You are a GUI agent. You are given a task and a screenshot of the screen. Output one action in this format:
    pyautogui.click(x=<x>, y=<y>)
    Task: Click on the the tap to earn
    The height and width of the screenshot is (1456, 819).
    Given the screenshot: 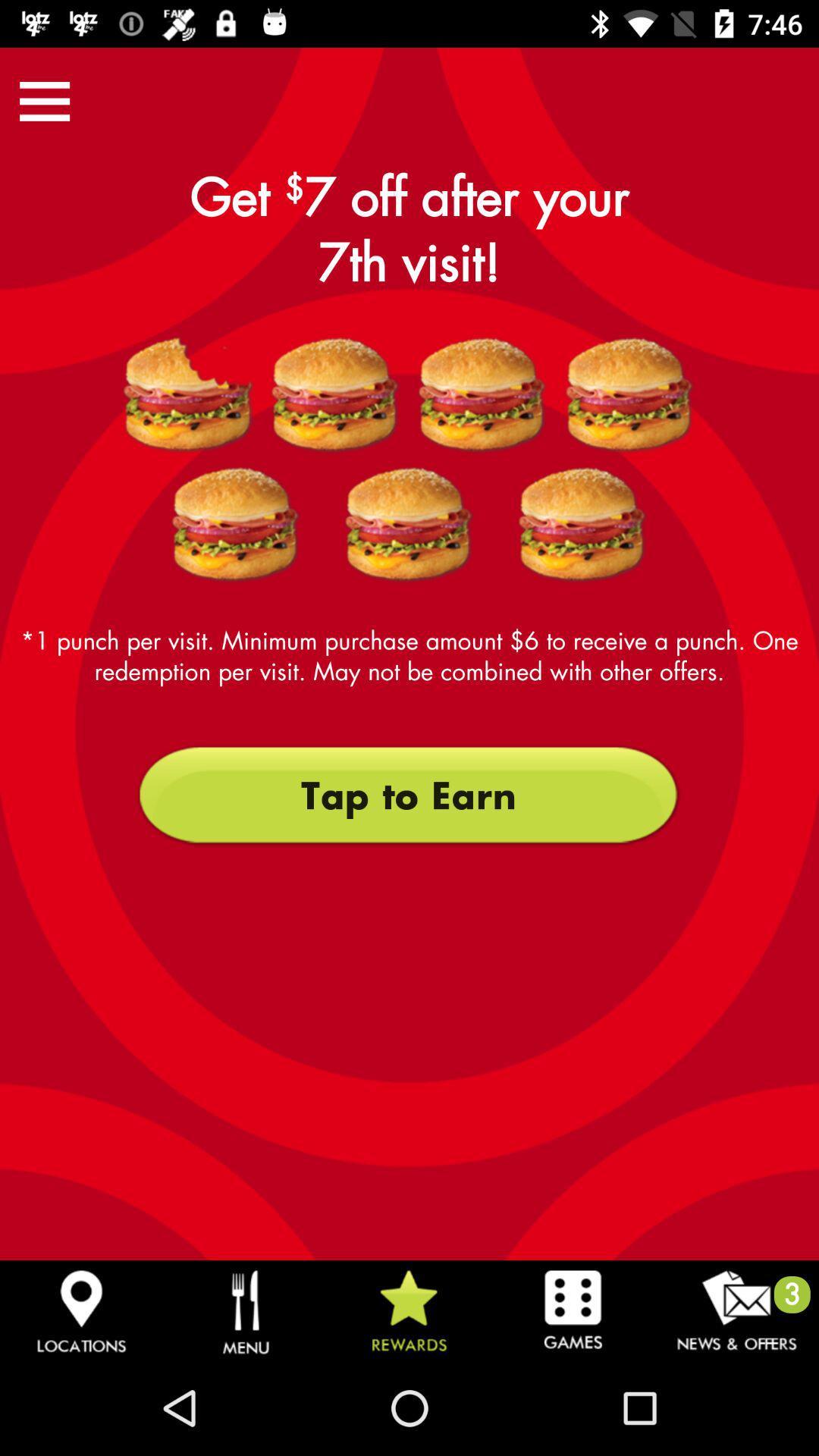 What is the action you would take?
    pyautogui.click(x=408, y=795)
    